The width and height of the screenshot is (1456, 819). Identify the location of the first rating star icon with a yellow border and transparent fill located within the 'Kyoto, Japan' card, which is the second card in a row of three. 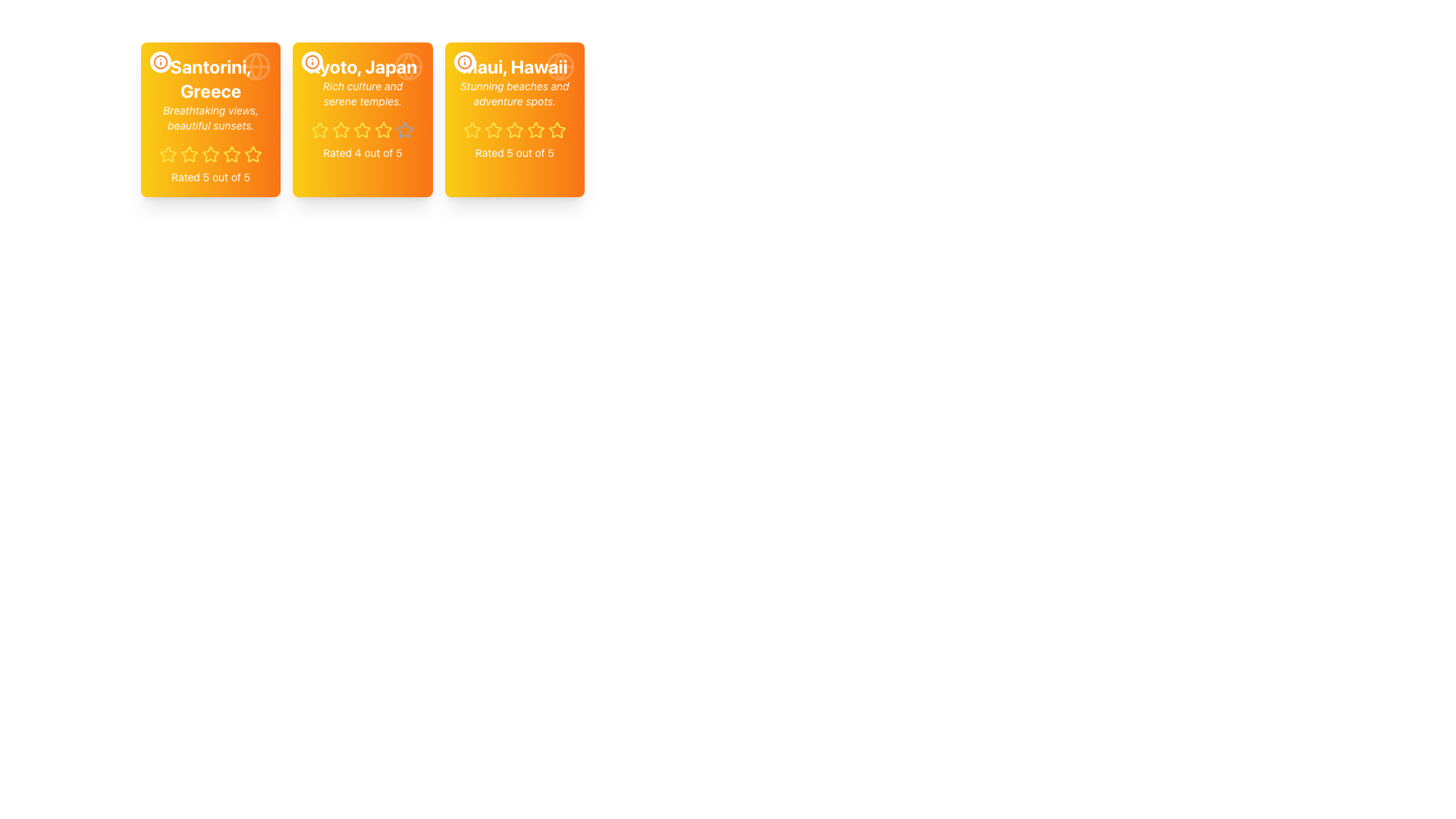
(319, 130).